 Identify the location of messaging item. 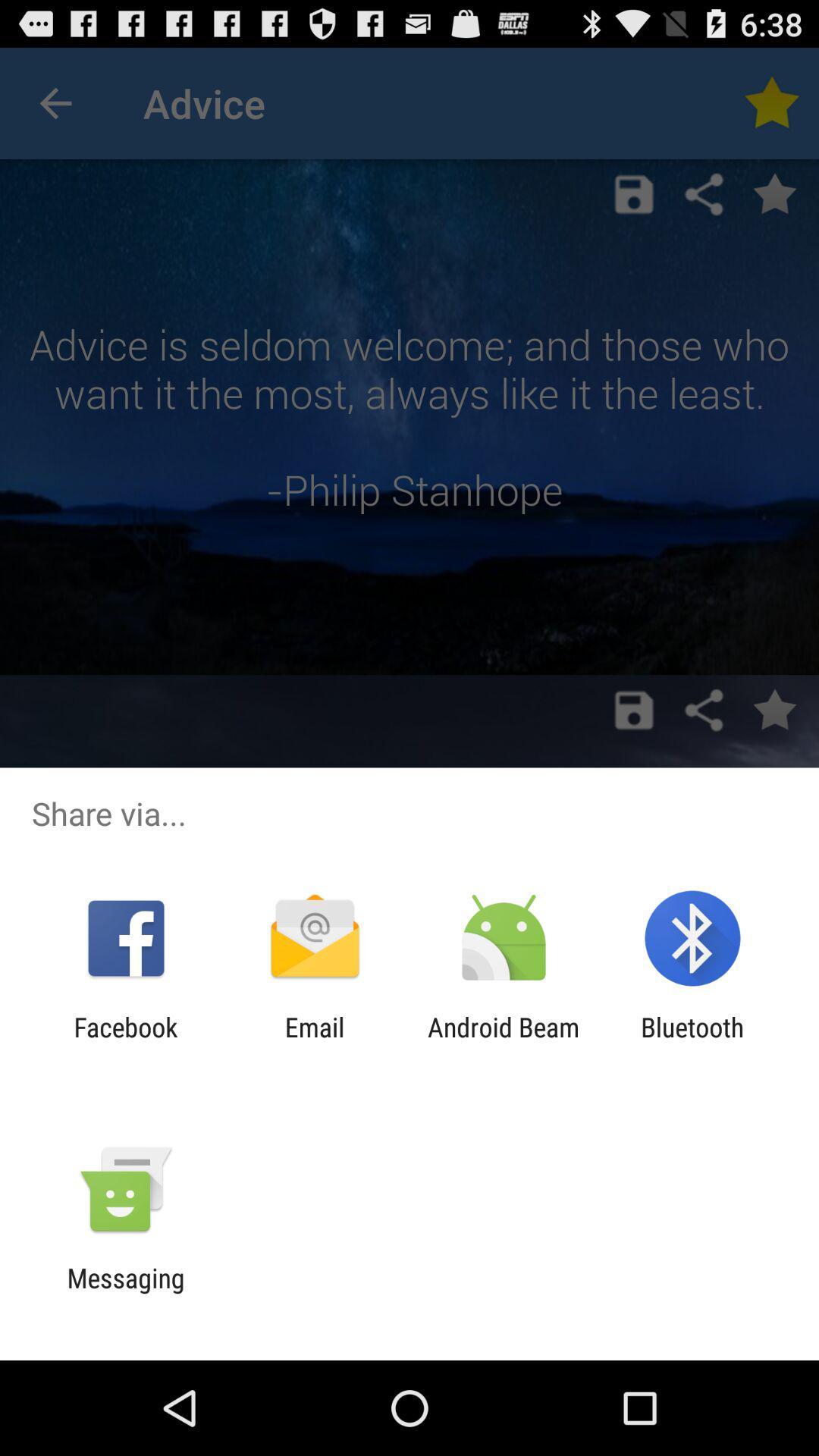
(125, 1293).